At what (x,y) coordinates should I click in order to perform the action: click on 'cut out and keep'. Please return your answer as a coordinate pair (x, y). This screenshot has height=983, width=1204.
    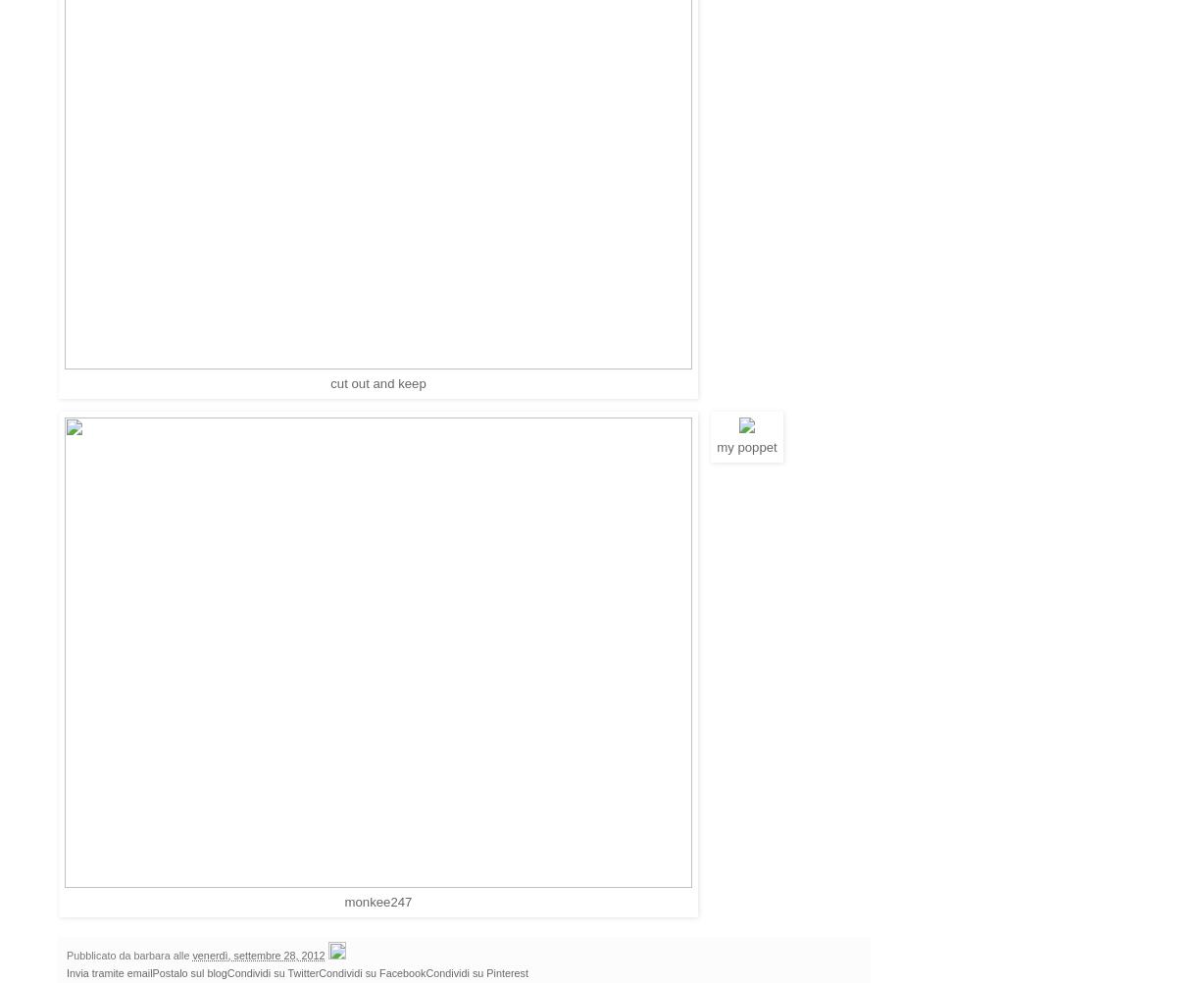
    Looking at the image, I should click on (377, 381).